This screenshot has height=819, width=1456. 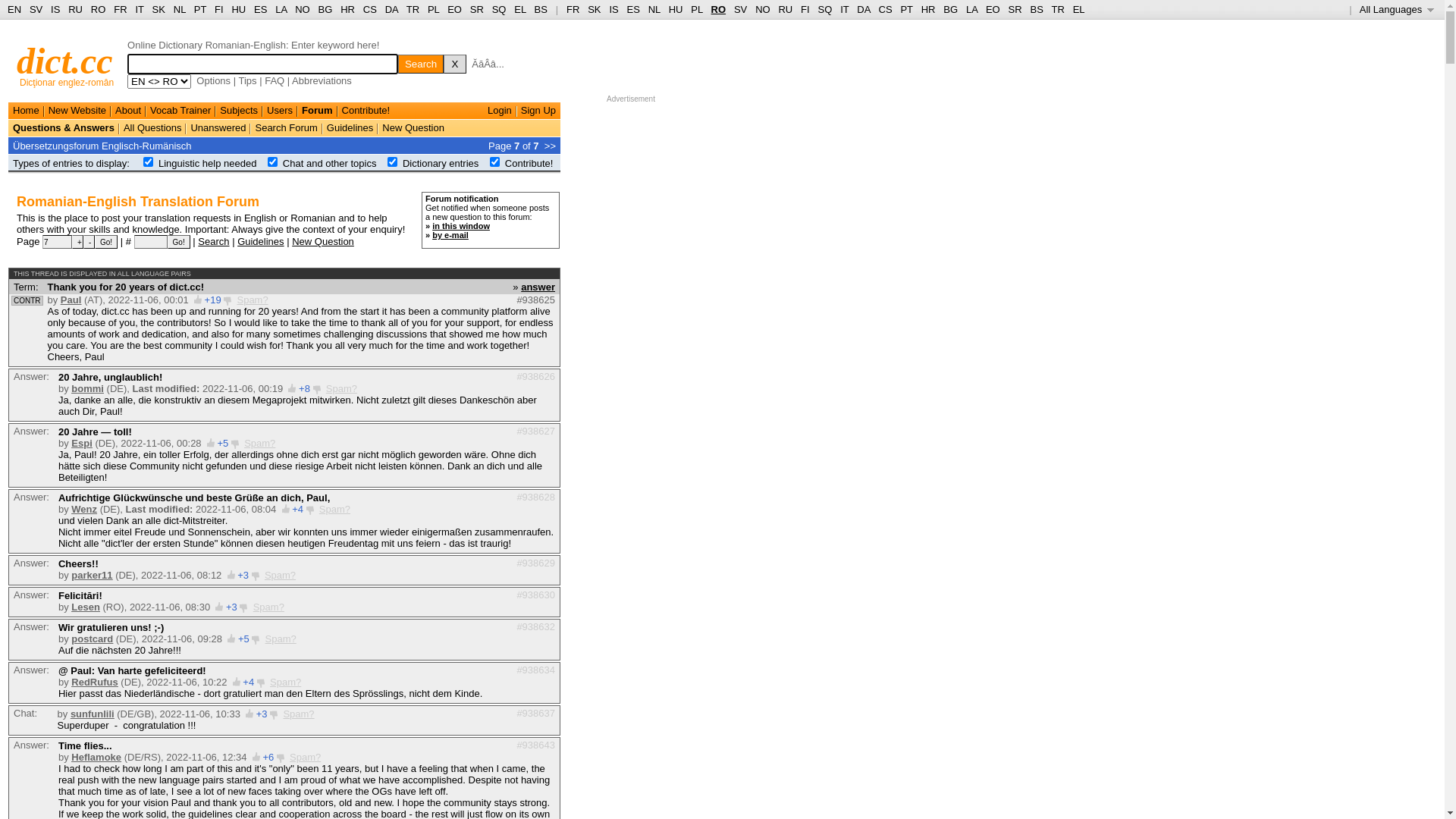 What do you see at coordinates (535, 743) in the screenshot?
I see `'#938643'` at bounding box center [535, 743].